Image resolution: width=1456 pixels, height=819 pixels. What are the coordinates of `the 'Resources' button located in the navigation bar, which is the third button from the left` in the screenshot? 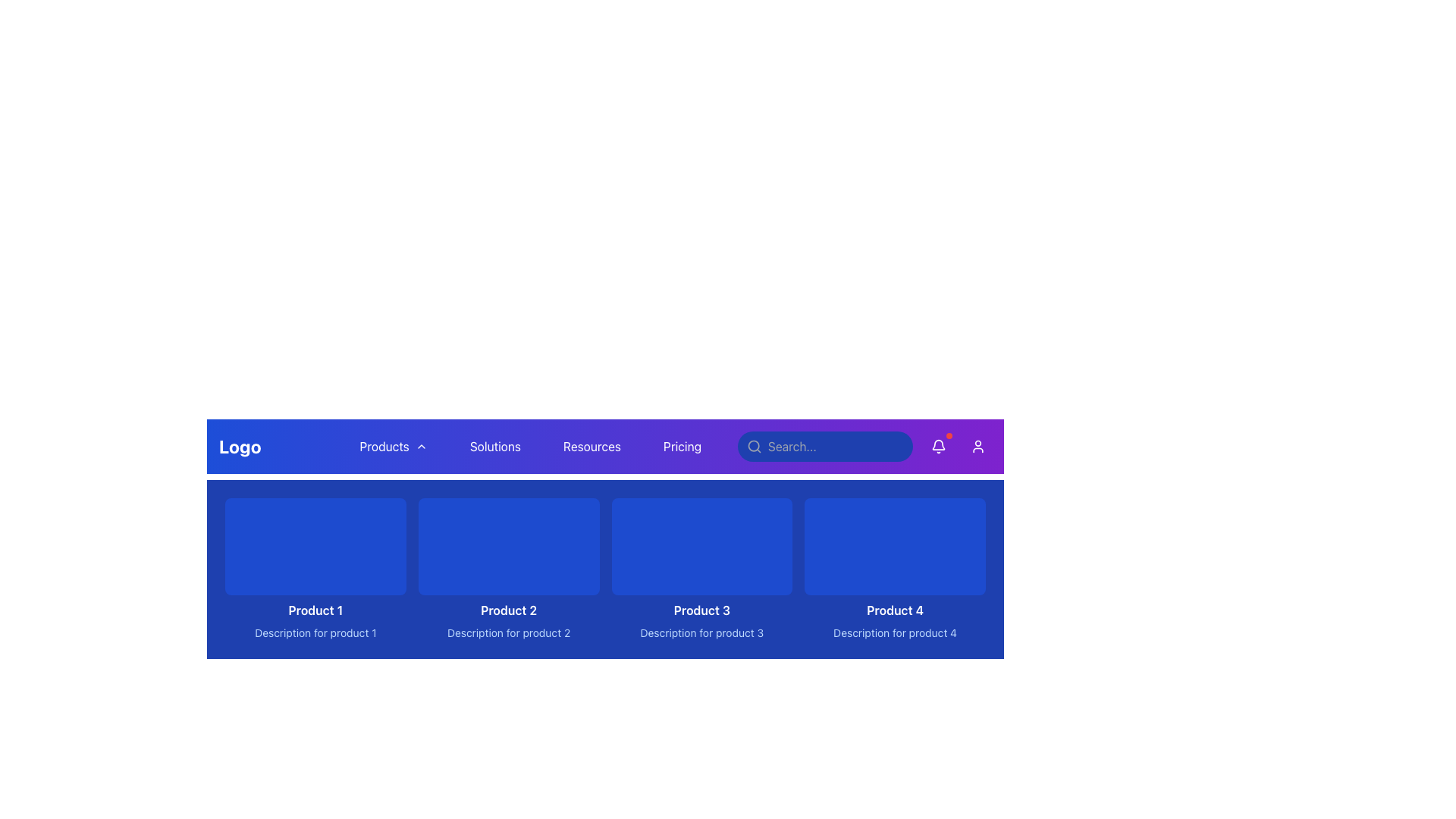 It's located at (591, 446).